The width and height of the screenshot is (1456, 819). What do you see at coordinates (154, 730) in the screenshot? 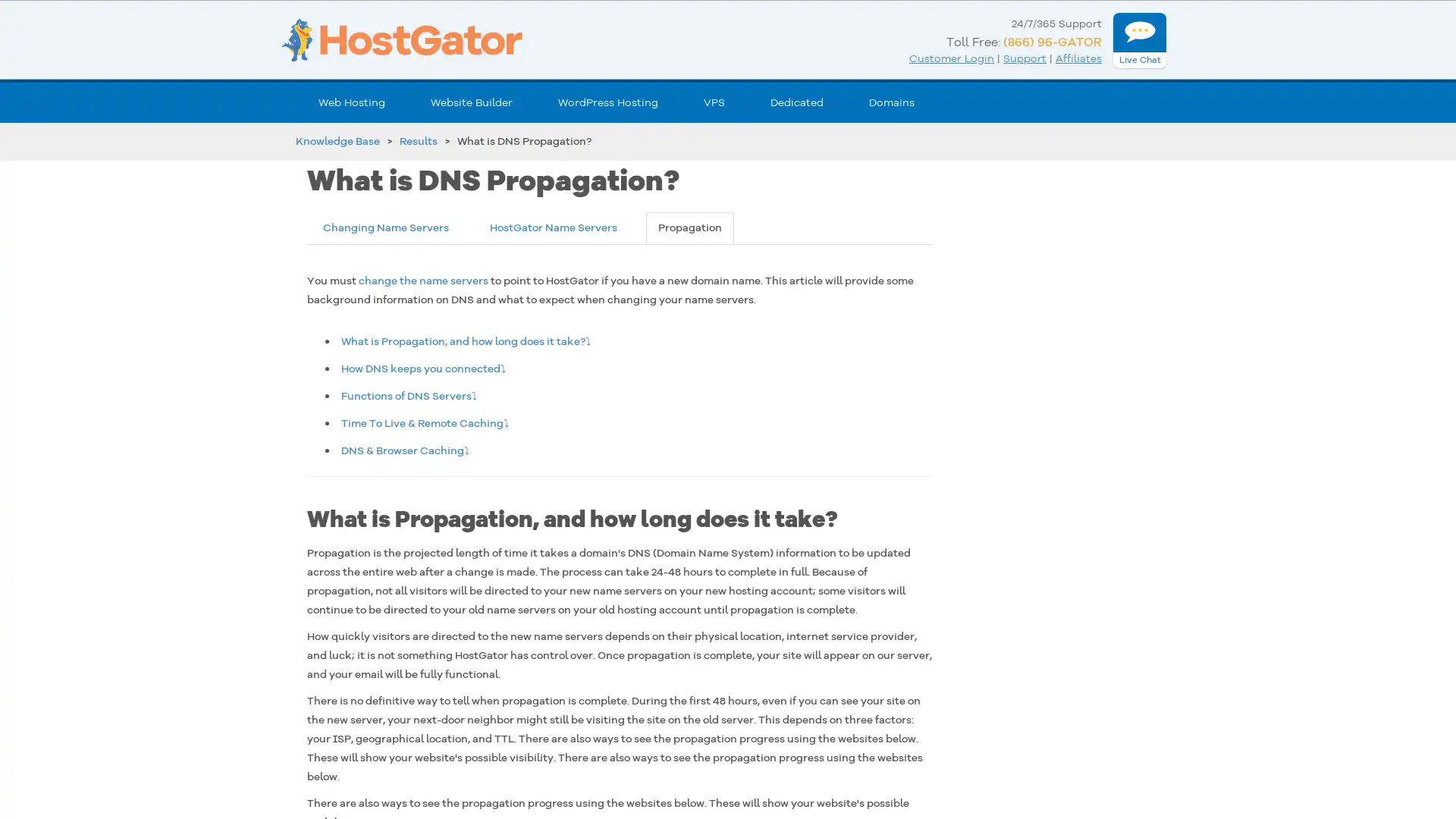
I see `Got It` at bounding box center [154, 730].